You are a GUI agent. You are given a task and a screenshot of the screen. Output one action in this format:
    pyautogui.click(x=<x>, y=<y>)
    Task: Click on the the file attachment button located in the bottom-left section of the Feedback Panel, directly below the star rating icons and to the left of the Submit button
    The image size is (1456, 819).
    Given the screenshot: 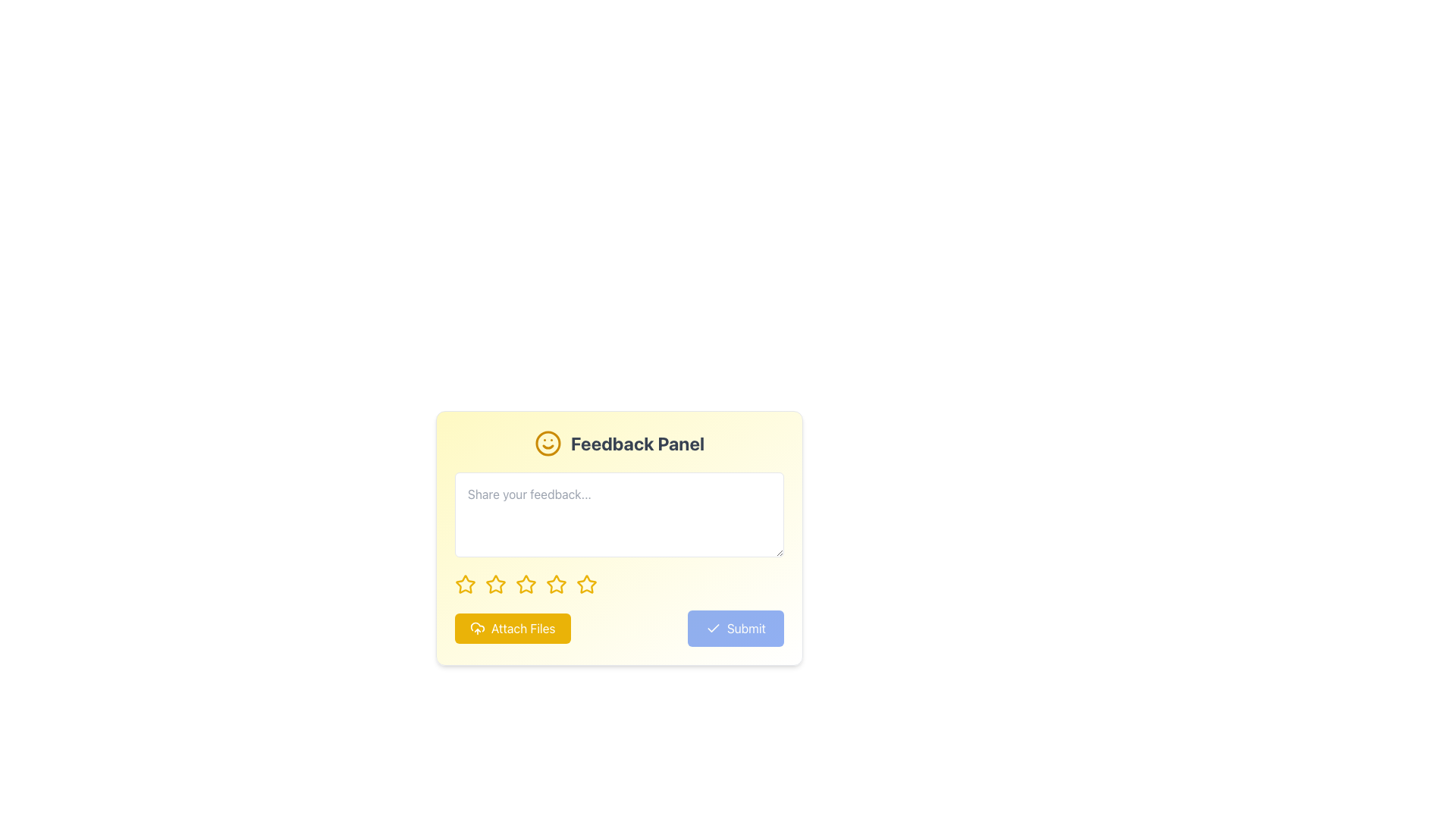 What is the action you would take?
    pyautogui.click(x=513, y=629)
    